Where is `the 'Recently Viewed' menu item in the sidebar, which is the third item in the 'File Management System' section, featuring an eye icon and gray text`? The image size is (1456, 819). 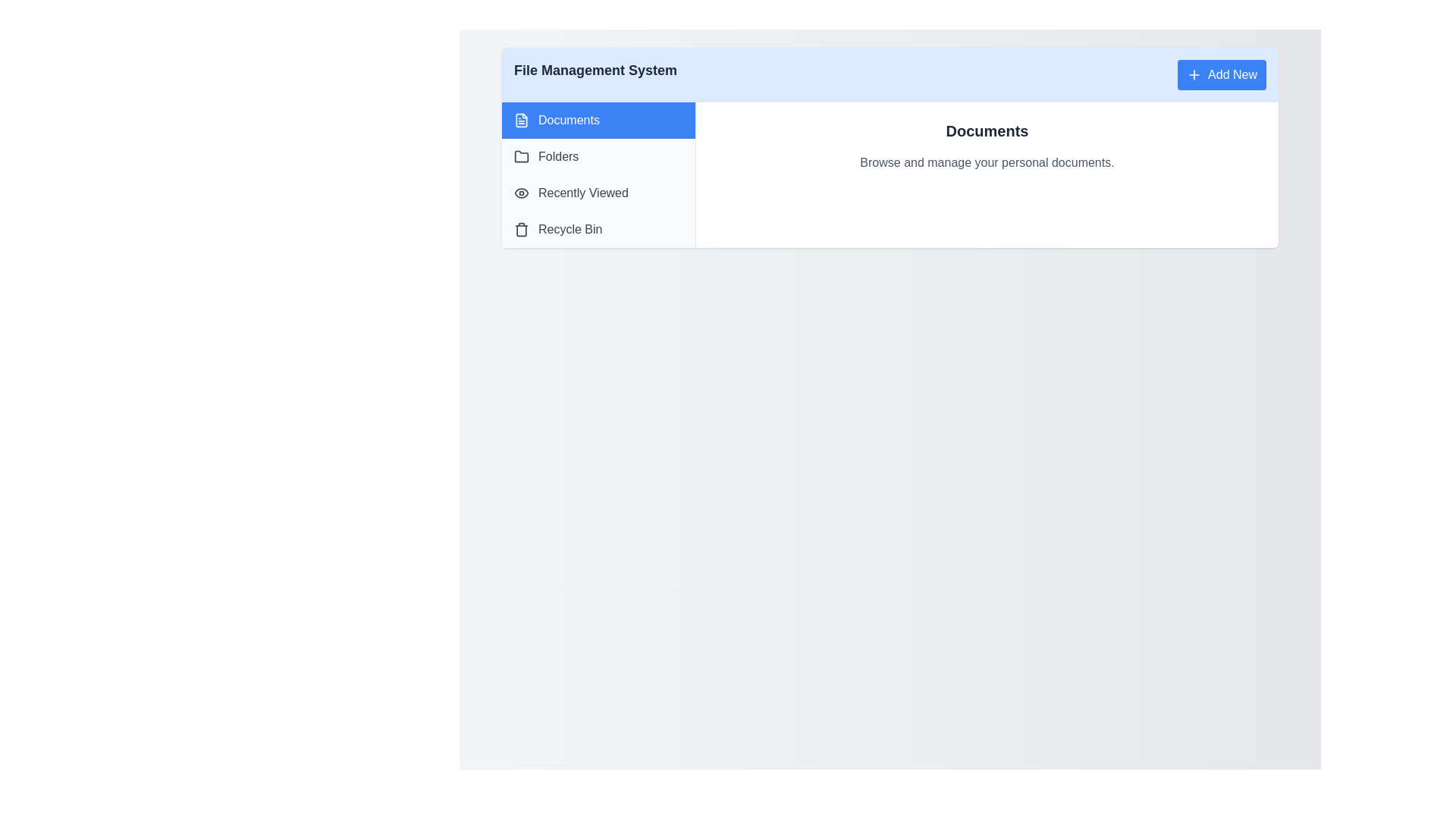 the 'Recently Viewed' menu item in the sidebar, which is the third item in the 'File Management System' section, featuring an eye icon and gray text is located at coordinates (598, 192).